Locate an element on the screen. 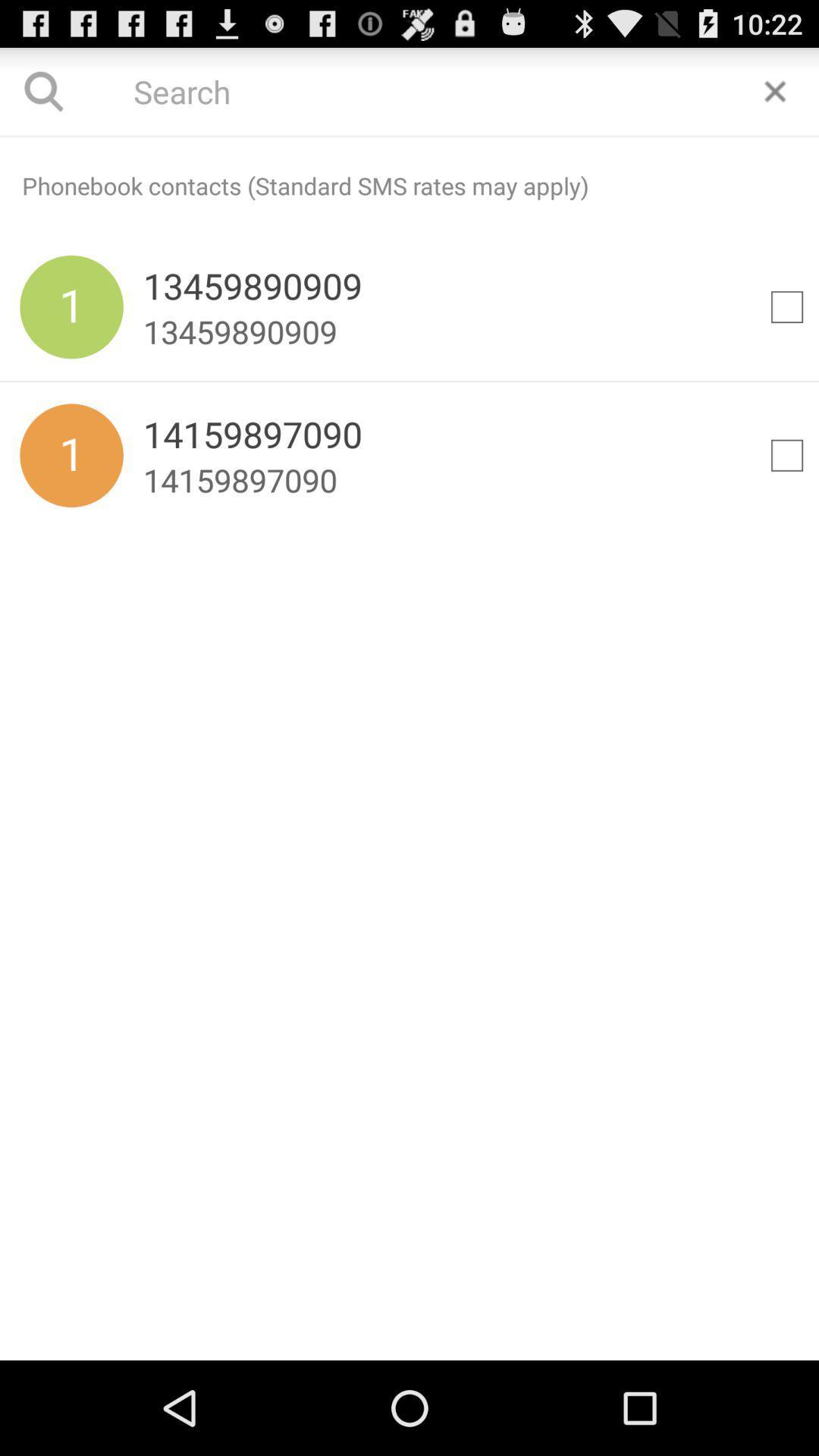  search field is located at coordinates (409, 136).